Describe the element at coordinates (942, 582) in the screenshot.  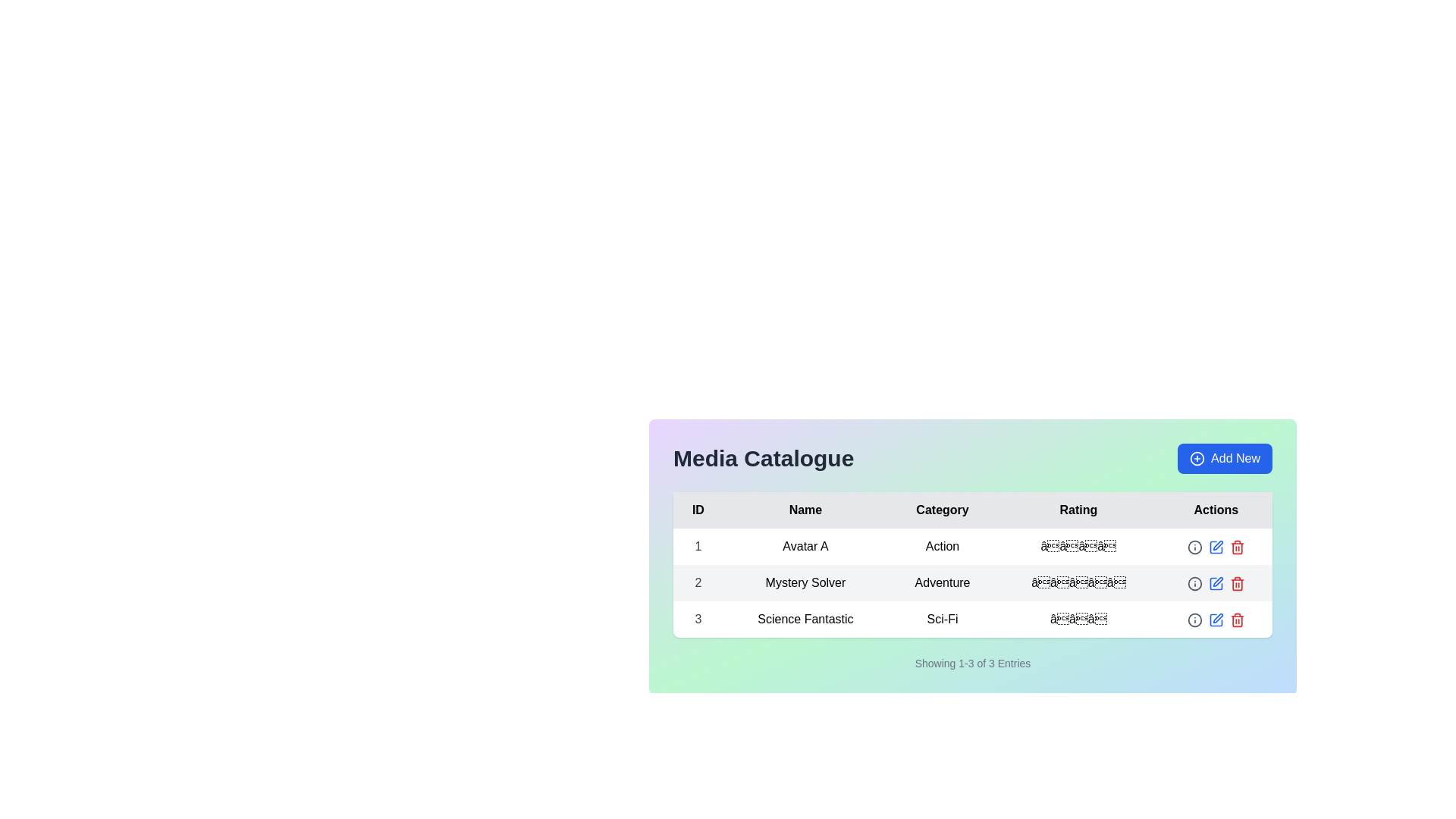
I see `the text label displaying the word 'Adventure' in the 'Category' column of the table` at that location.